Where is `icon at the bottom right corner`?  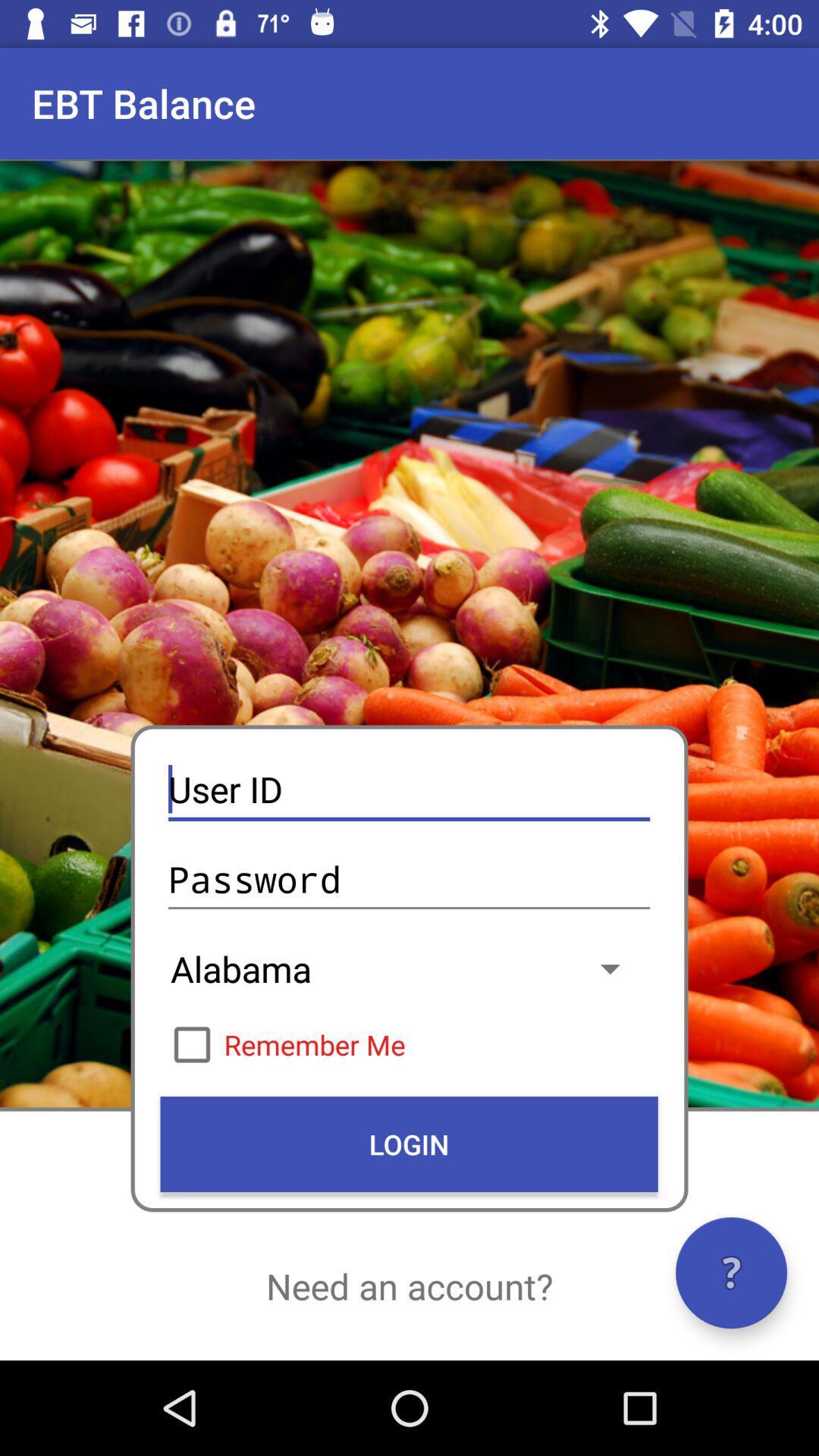
icon at the bottom right corner is located at coordinates (730, 1272).